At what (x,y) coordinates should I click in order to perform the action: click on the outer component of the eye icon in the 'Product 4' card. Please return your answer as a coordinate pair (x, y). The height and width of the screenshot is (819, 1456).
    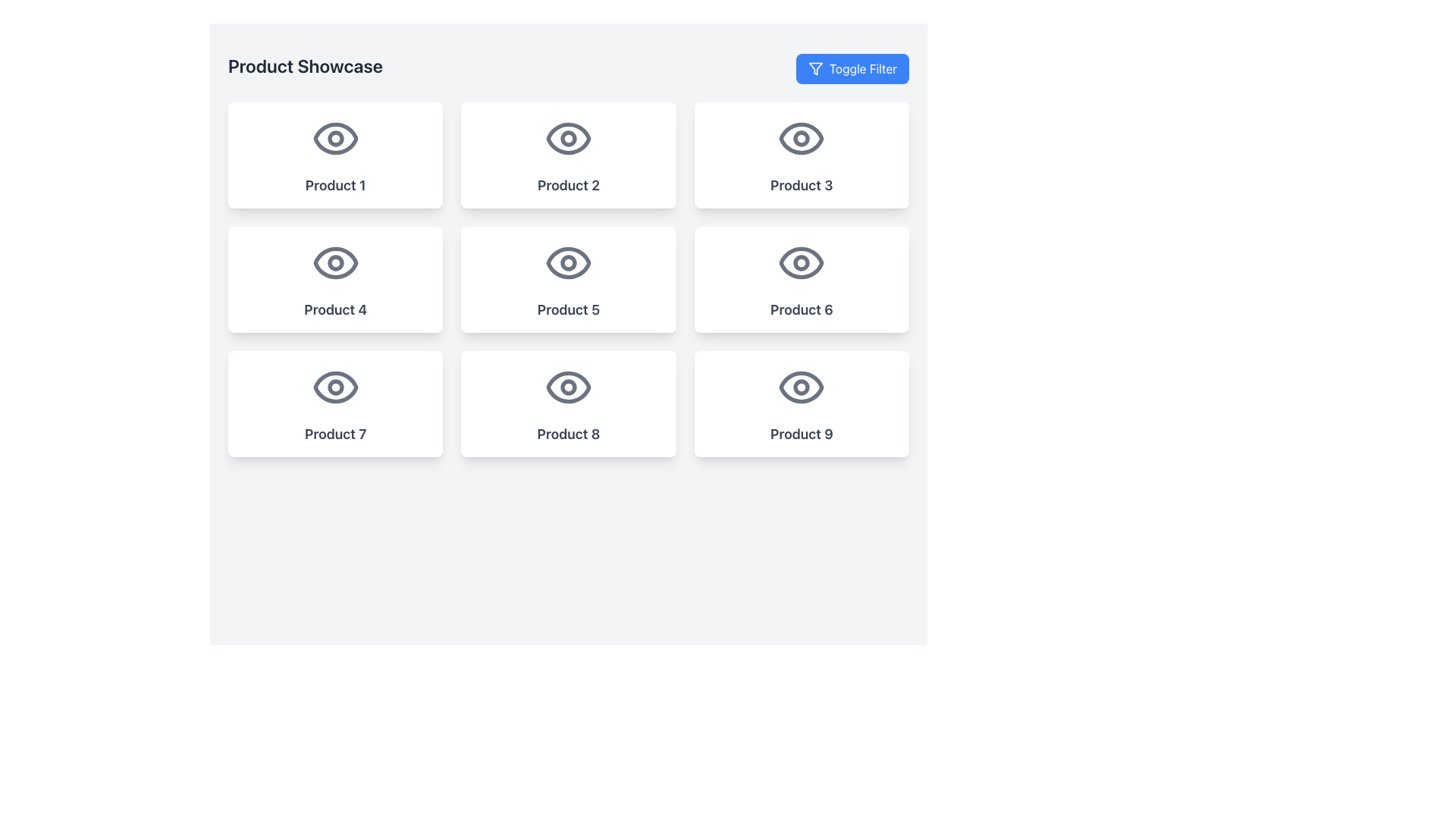
    Looking at the image, I should click on (334, 262).